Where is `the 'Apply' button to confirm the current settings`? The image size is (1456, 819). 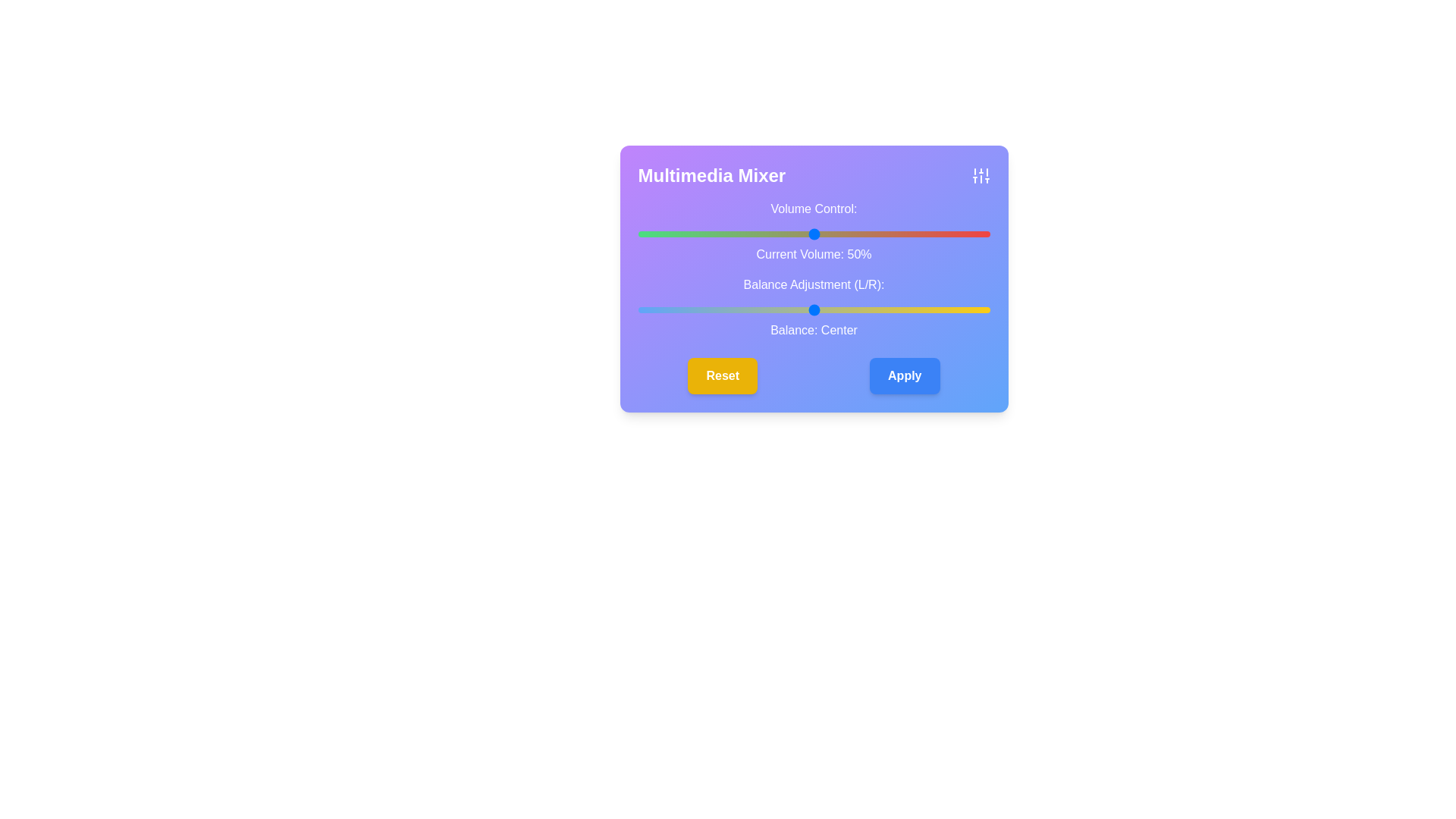 the 'Apply' button to confirm the current settings is located at coordinates (905, 375).